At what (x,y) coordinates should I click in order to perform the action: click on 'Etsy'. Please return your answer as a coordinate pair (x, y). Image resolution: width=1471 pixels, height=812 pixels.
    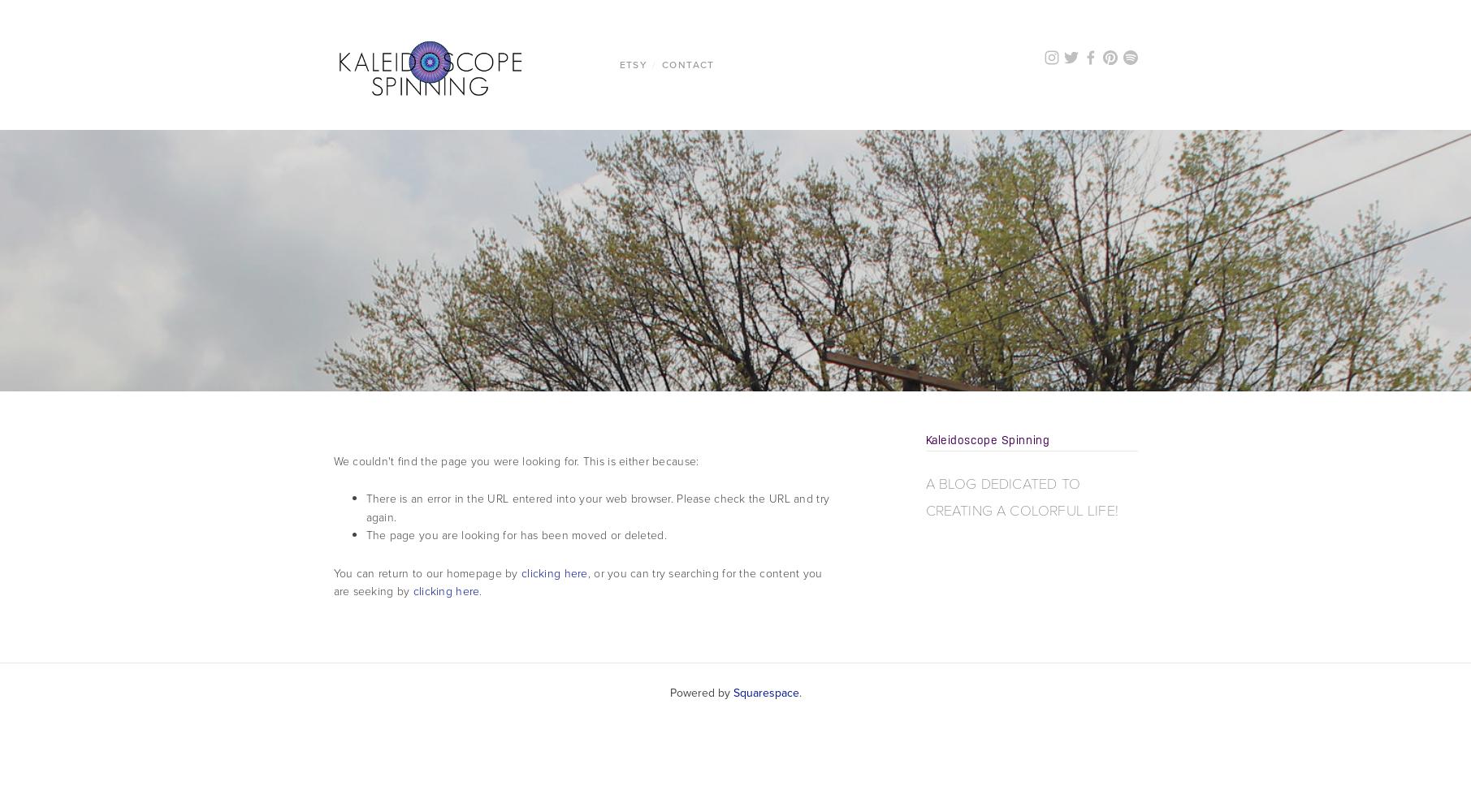
    Looking at the image, I should click on (632, 63).